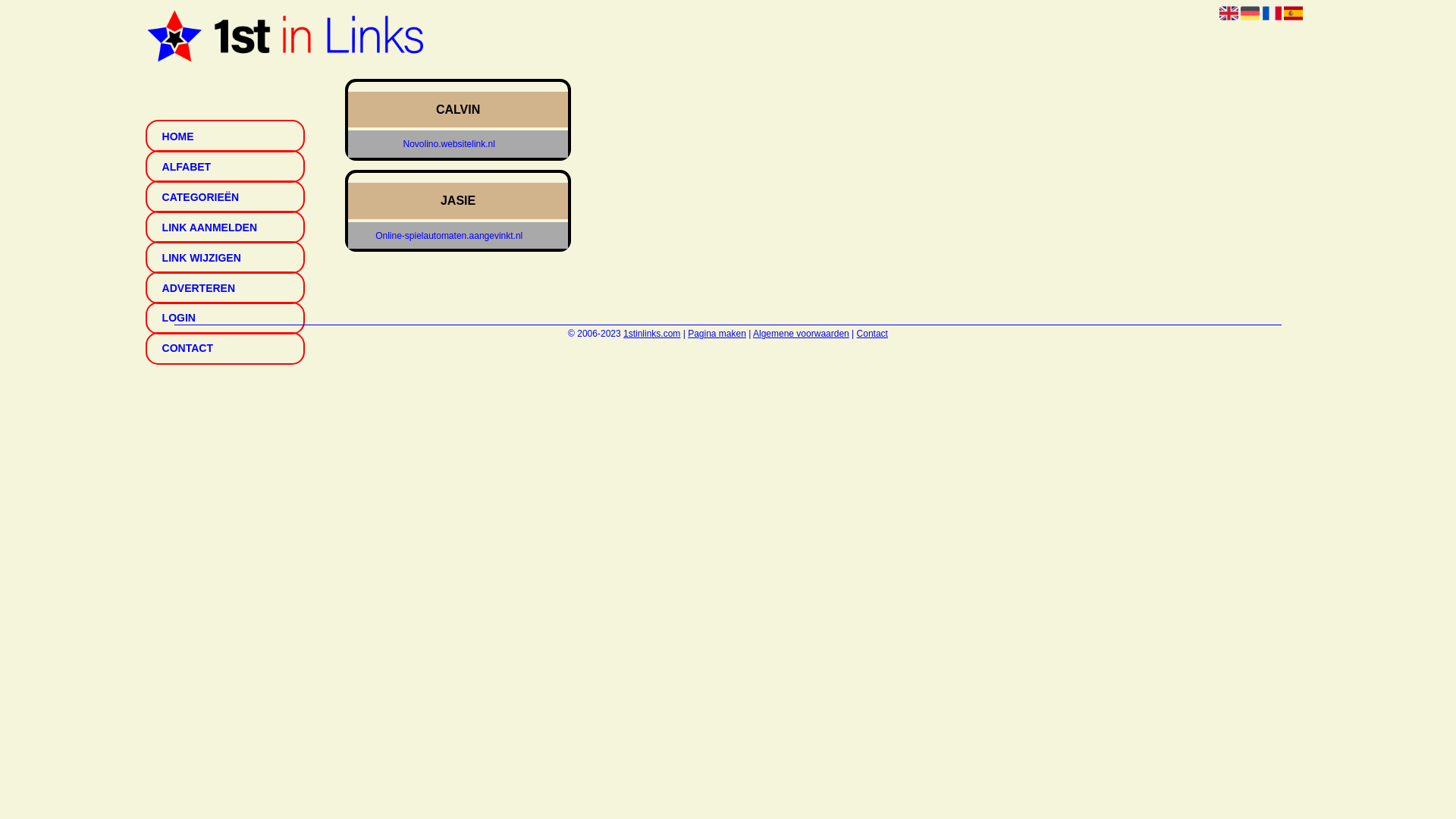 The height and width of the screenshot is (819, 1456). I want to click on 'CONTACT', so click(224, 348).